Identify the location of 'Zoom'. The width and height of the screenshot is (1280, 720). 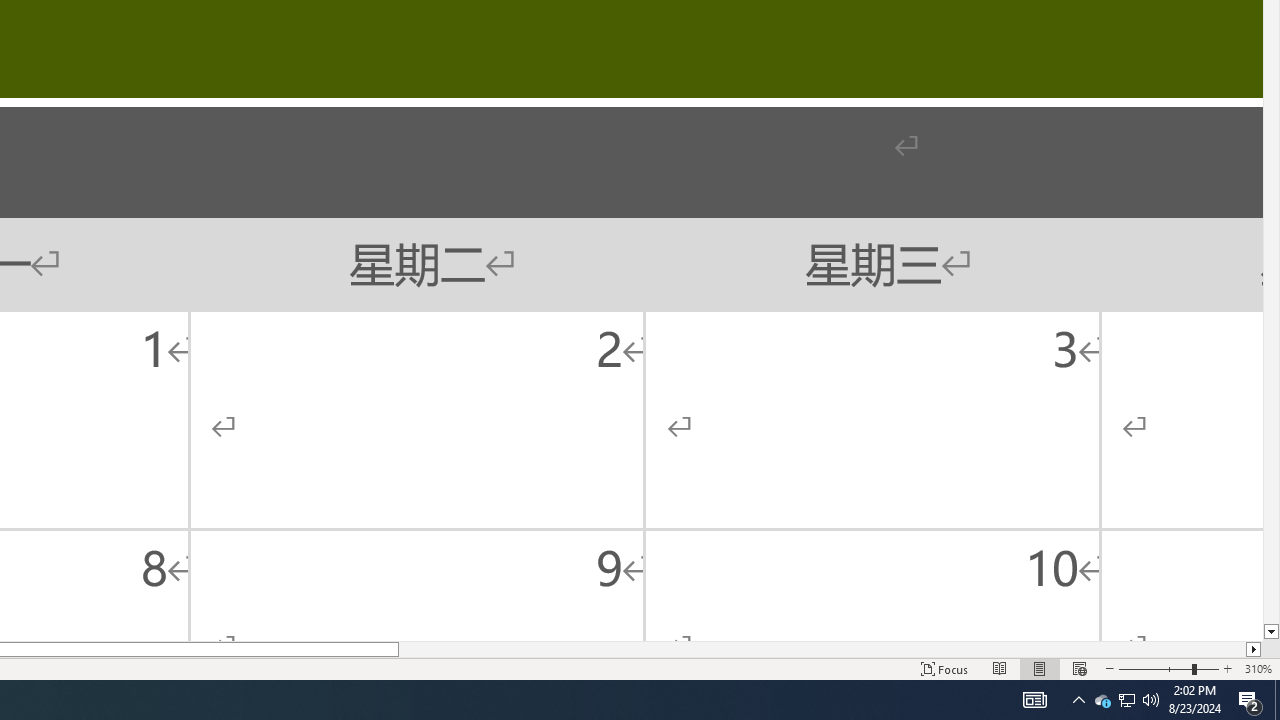
(1168, 669).